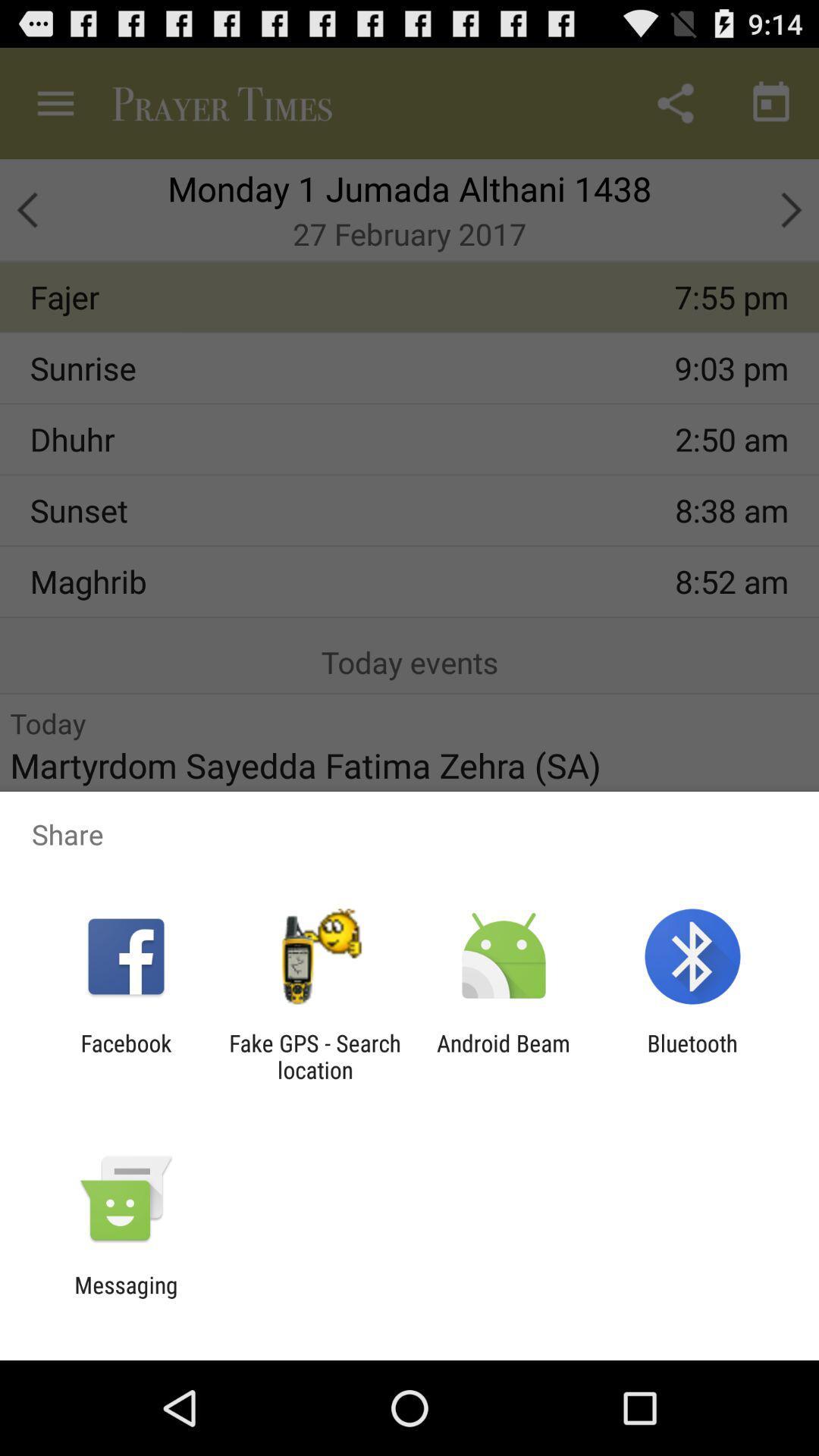 The width and height of the screenshot is (819, 1456). I want to click on item to the left of bluetooth, so click(504, 1056).